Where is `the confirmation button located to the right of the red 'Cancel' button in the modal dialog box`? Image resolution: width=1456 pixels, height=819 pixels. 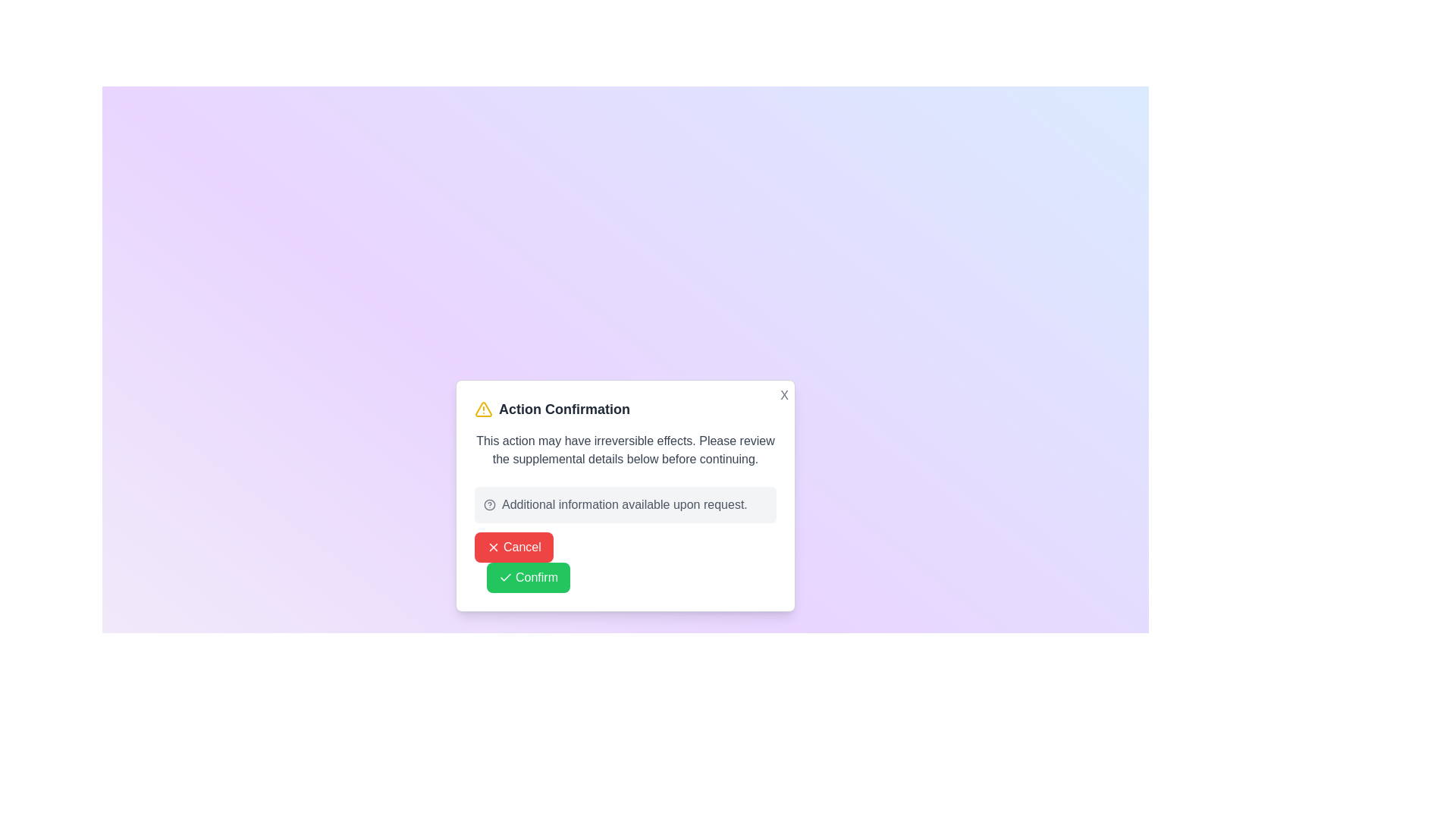 the confirmation button located to the right of the red 'Cancel' button in the modal dialog box is located at coordinates (528, 578).